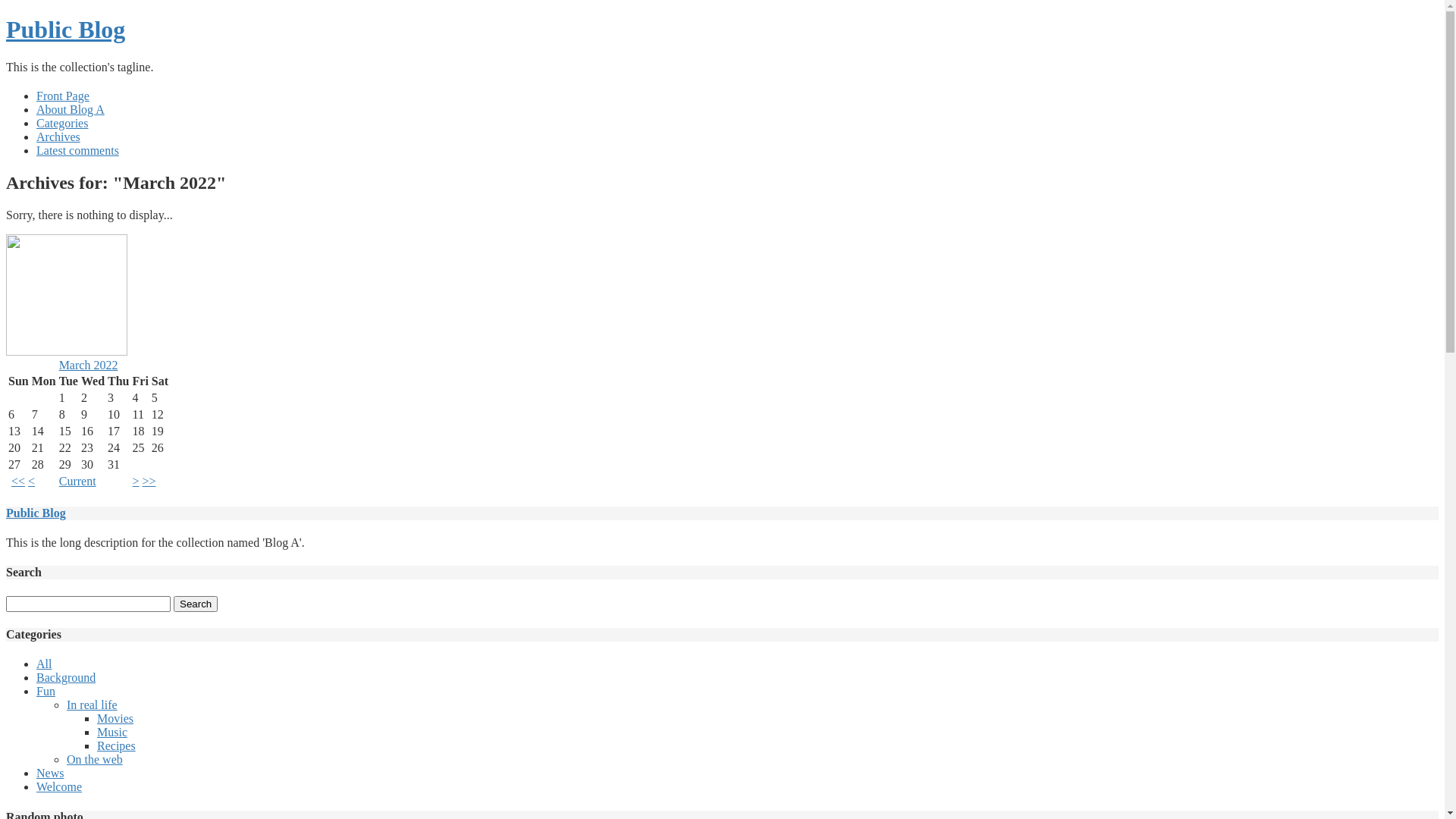  Describe the element at coordinates (36, 676) in the screenshot. I see `'Background'` at that location.